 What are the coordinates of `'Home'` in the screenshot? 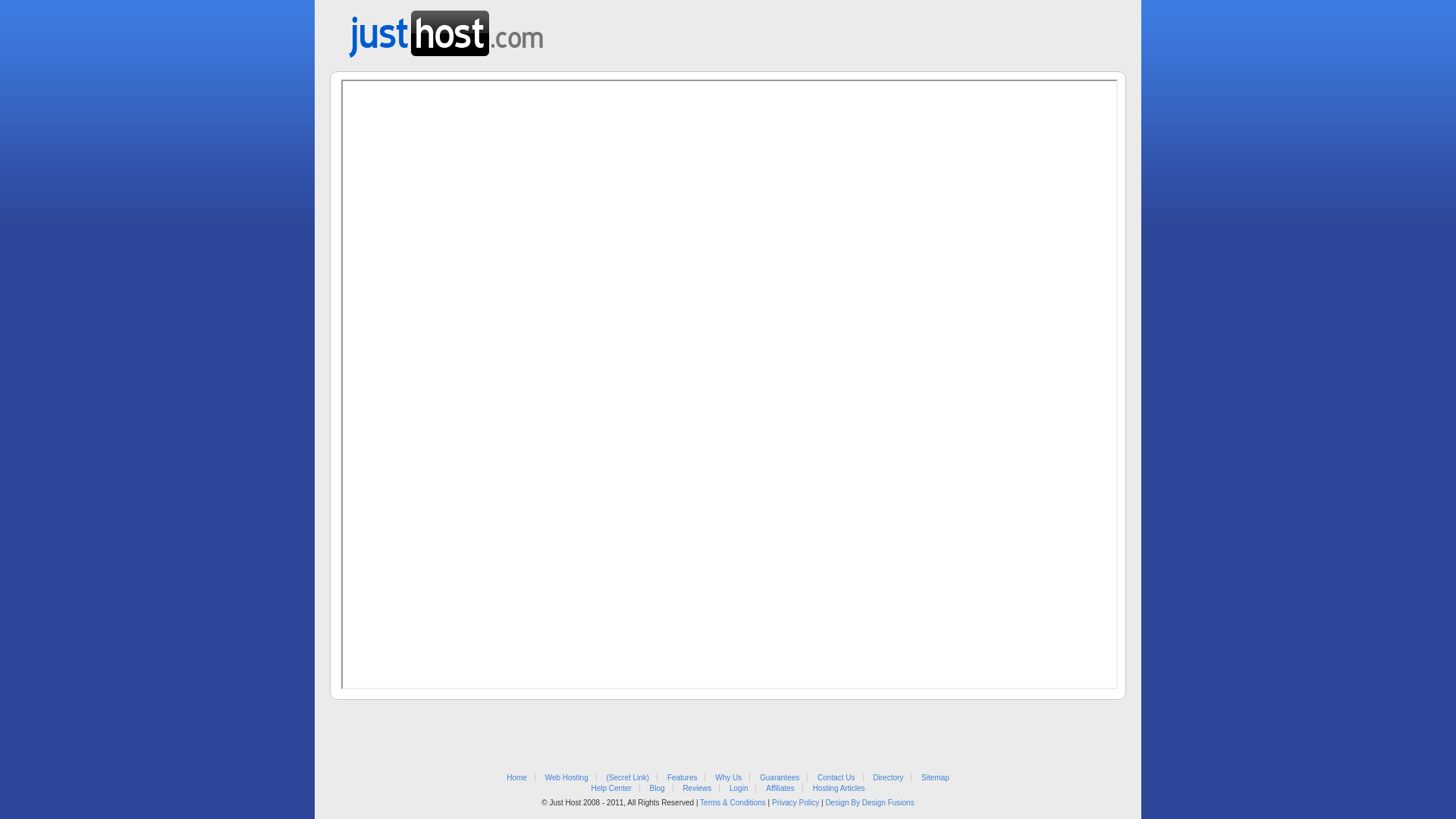 It's located at (506, 777).